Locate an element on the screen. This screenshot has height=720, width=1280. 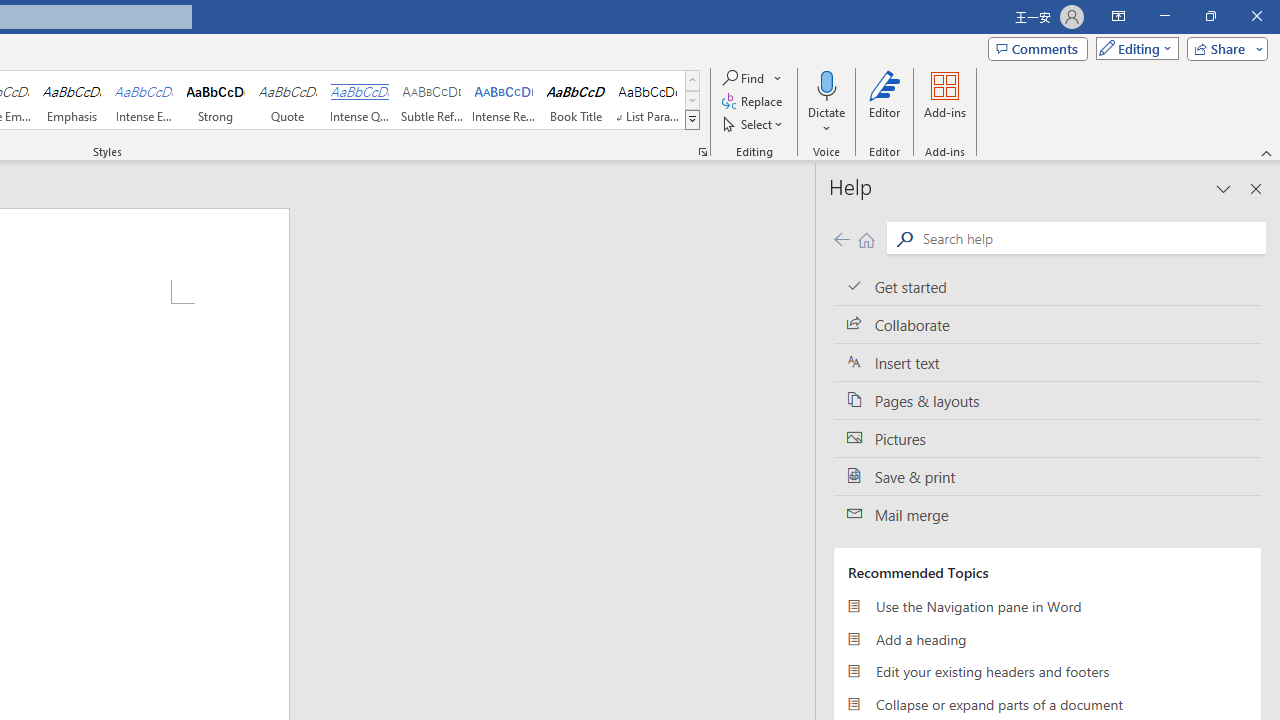
'Emphasis' is located at coordinates (71, 100).